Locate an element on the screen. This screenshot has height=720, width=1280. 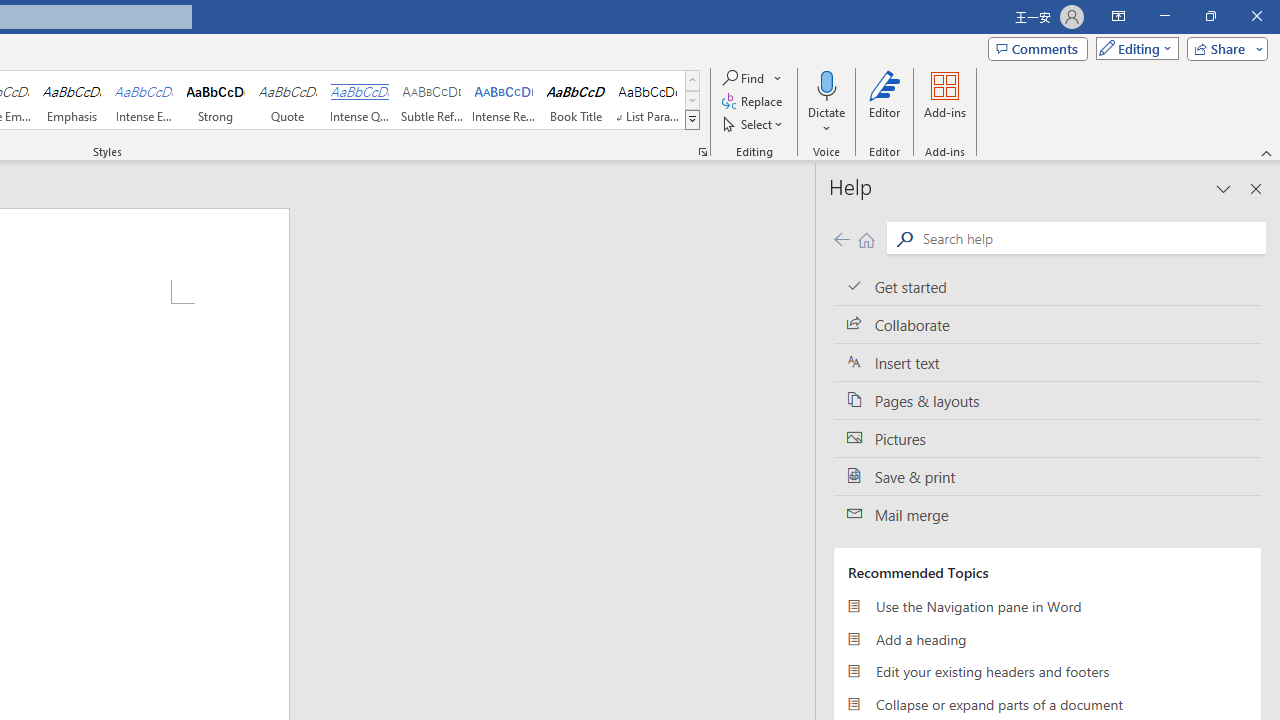
'Emphasis' is located at coordinates (71, 100).